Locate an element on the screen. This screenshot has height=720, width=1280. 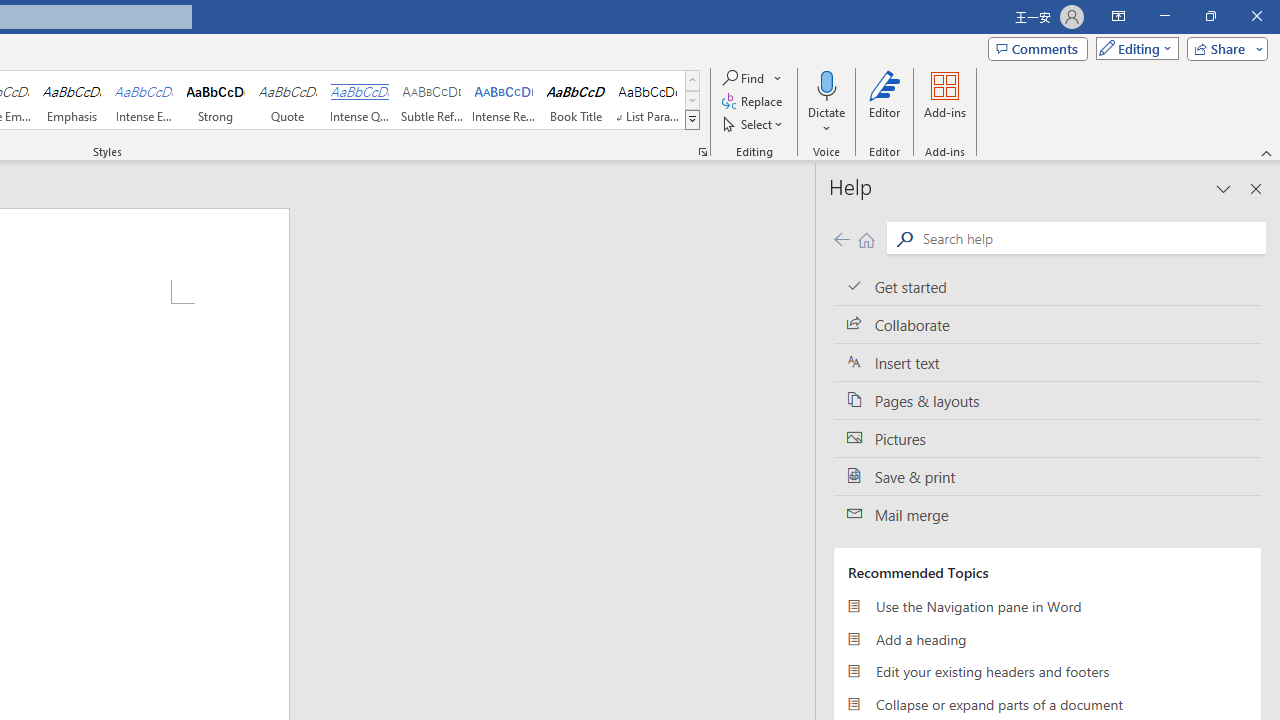
'Emphasis' is located at coordinates (71, 100).